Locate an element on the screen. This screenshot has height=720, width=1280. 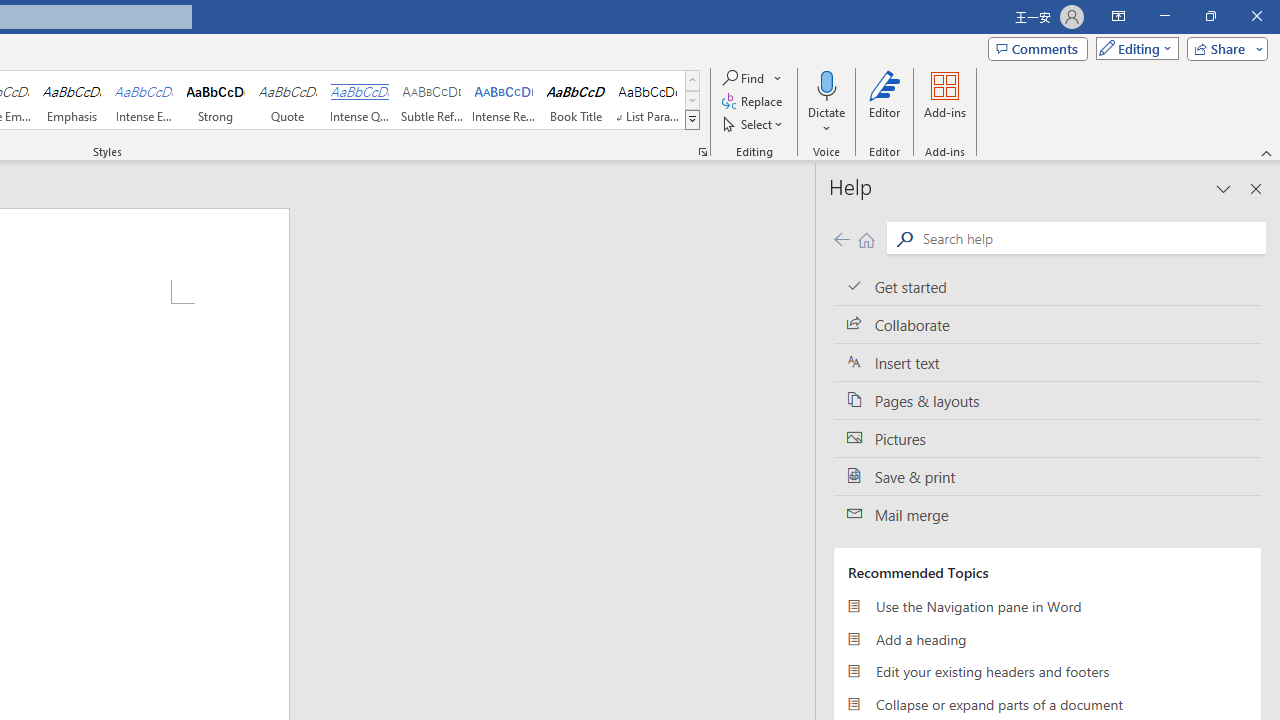
'Emphasis' is located at coordinates (71, 100).